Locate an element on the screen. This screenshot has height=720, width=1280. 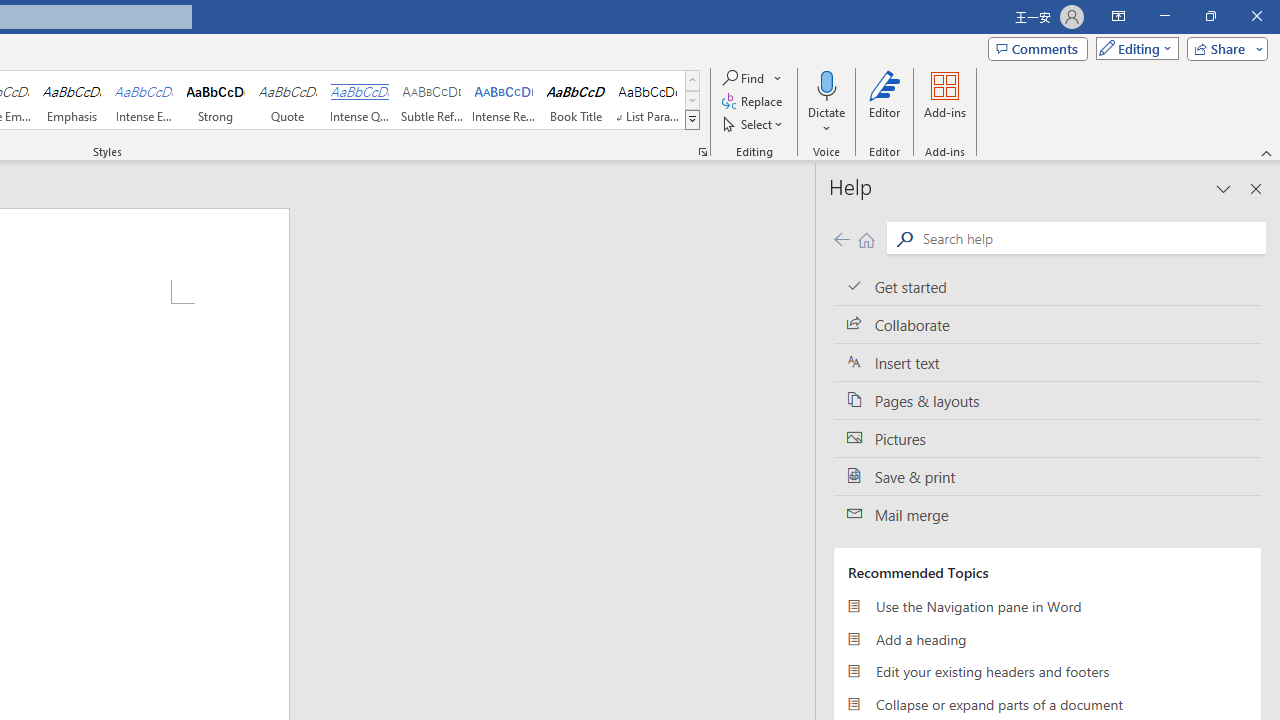
'Emphasis' is located at coordinates (71, 100).